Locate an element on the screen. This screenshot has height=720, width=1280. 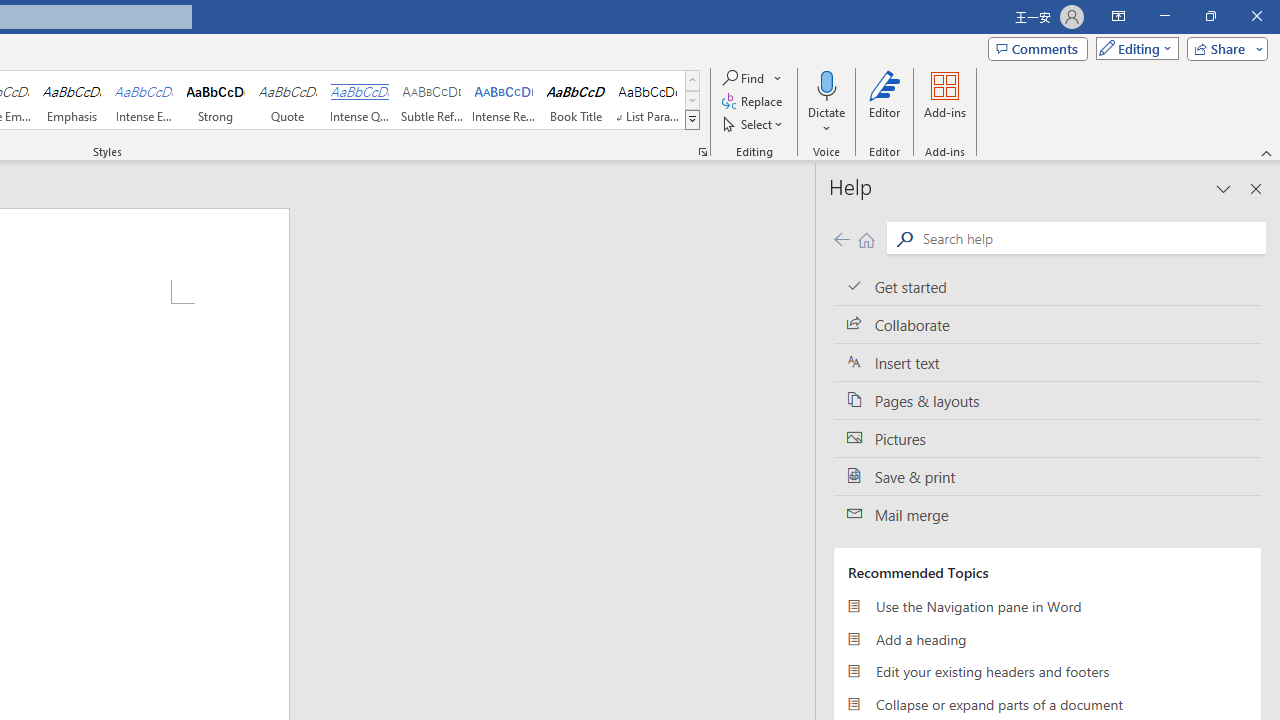
'Emphasis' is located at coordinates (71, 100).